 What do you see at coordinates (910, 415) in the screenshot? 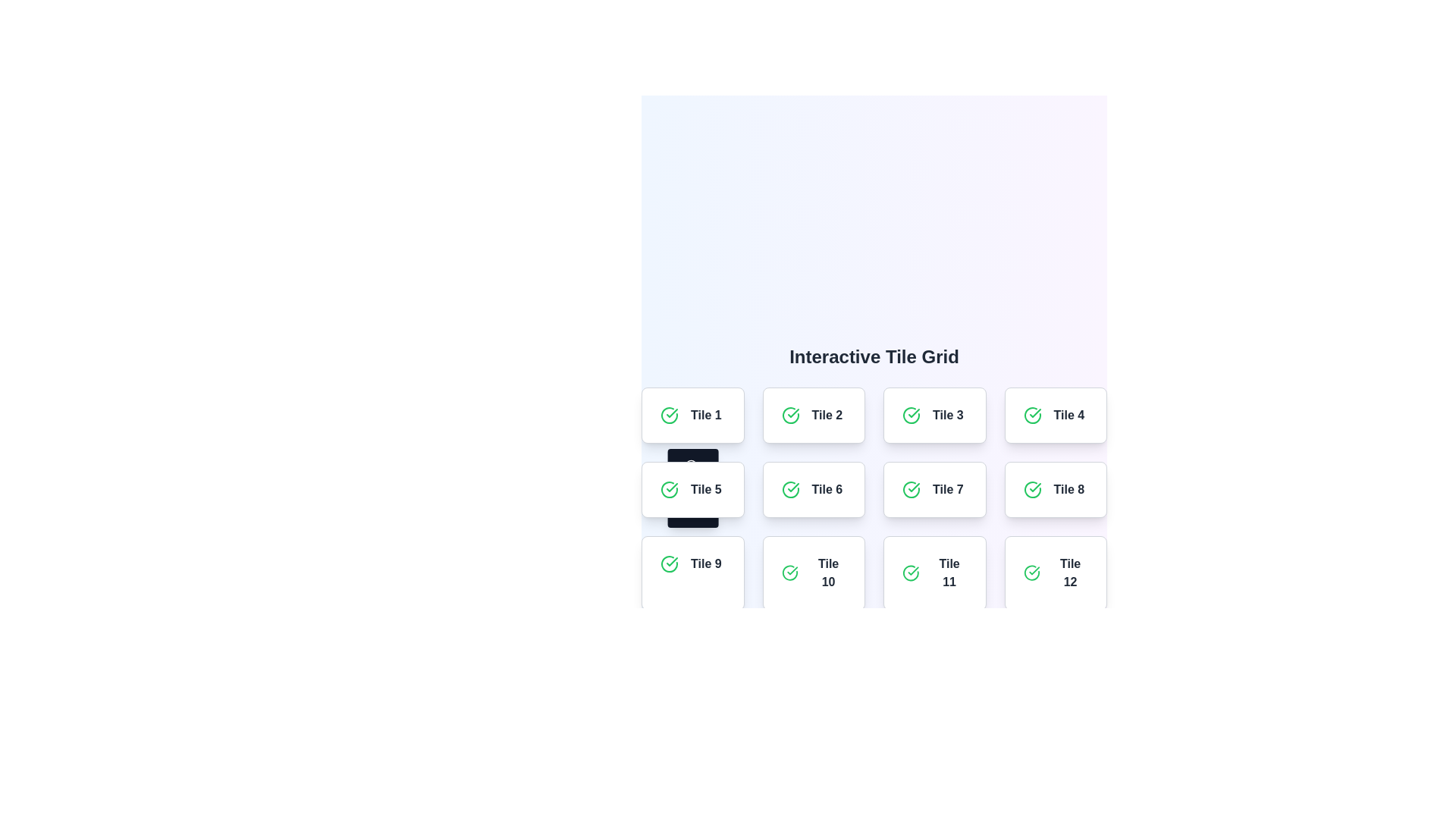
I see `the checkmark icon inside a circle, which indicates the successful completion or selection of the 'Tile 3' action, located to the left of the 'Tile 3' button` at bounding box center [910, 415].